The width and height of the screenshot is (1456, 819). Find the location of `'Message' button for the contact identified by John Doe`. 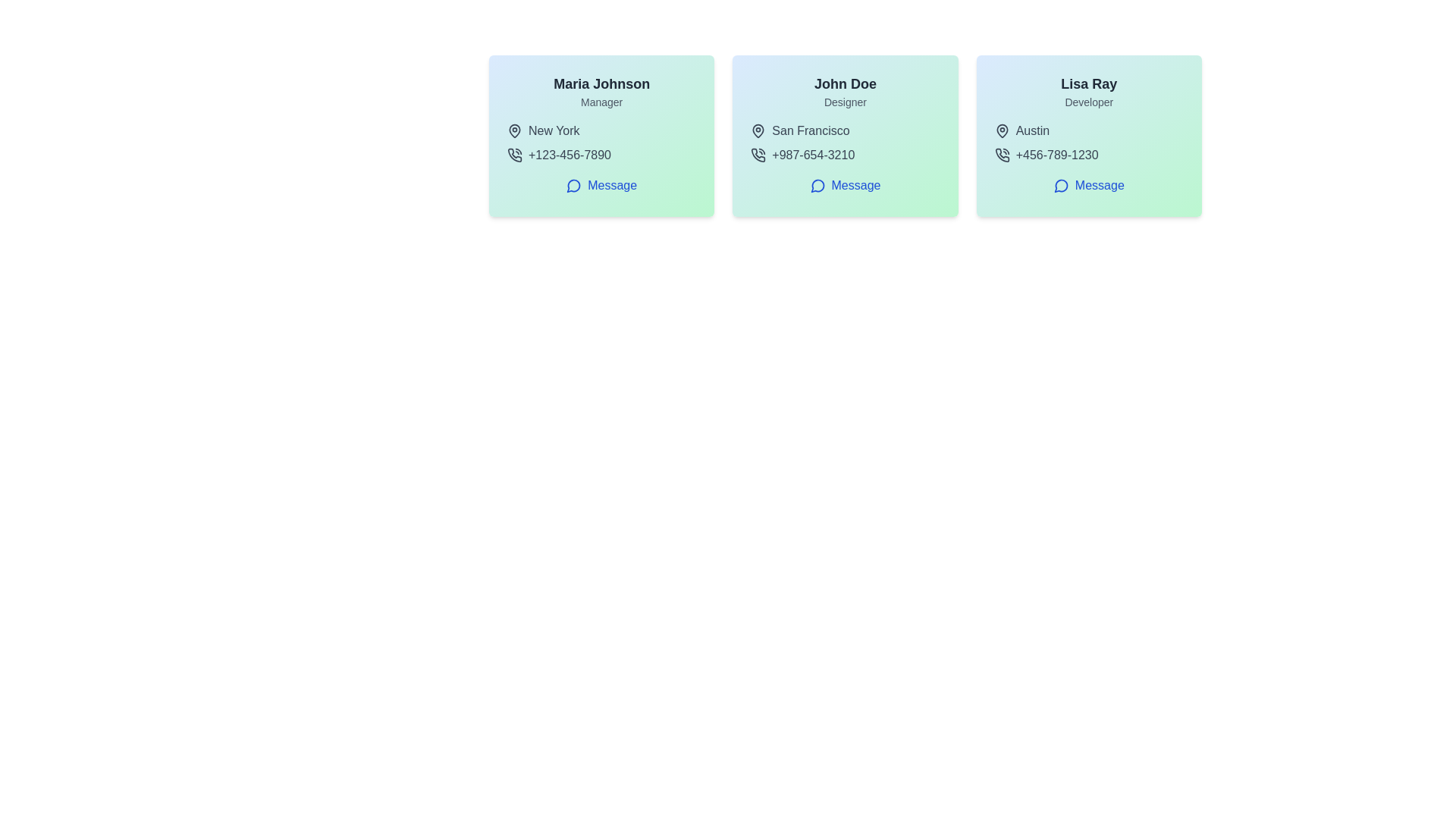

'Message' button for the contact identified by John Doe is located at coordinates (844, 185).